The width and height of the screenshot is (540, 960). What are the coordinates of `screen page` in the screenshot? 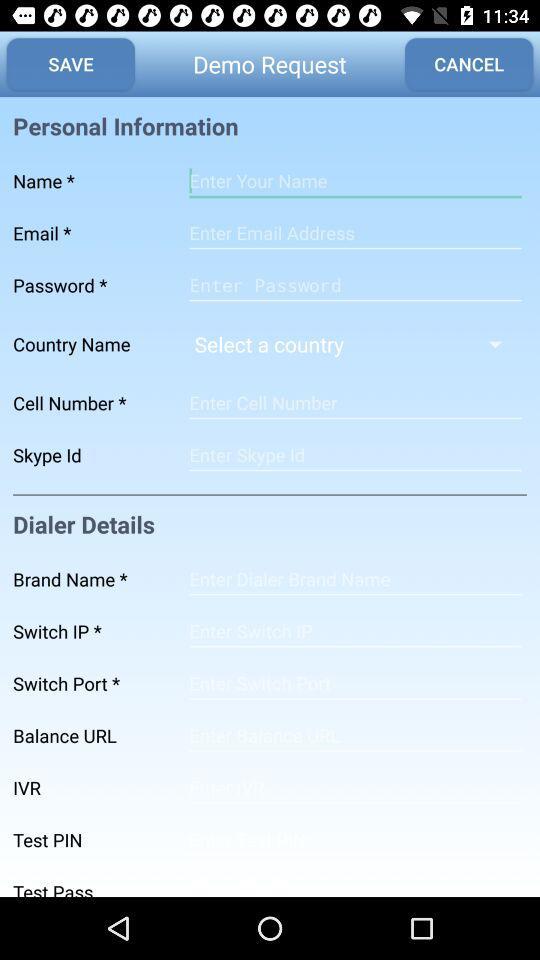 It's located at (354, 840).